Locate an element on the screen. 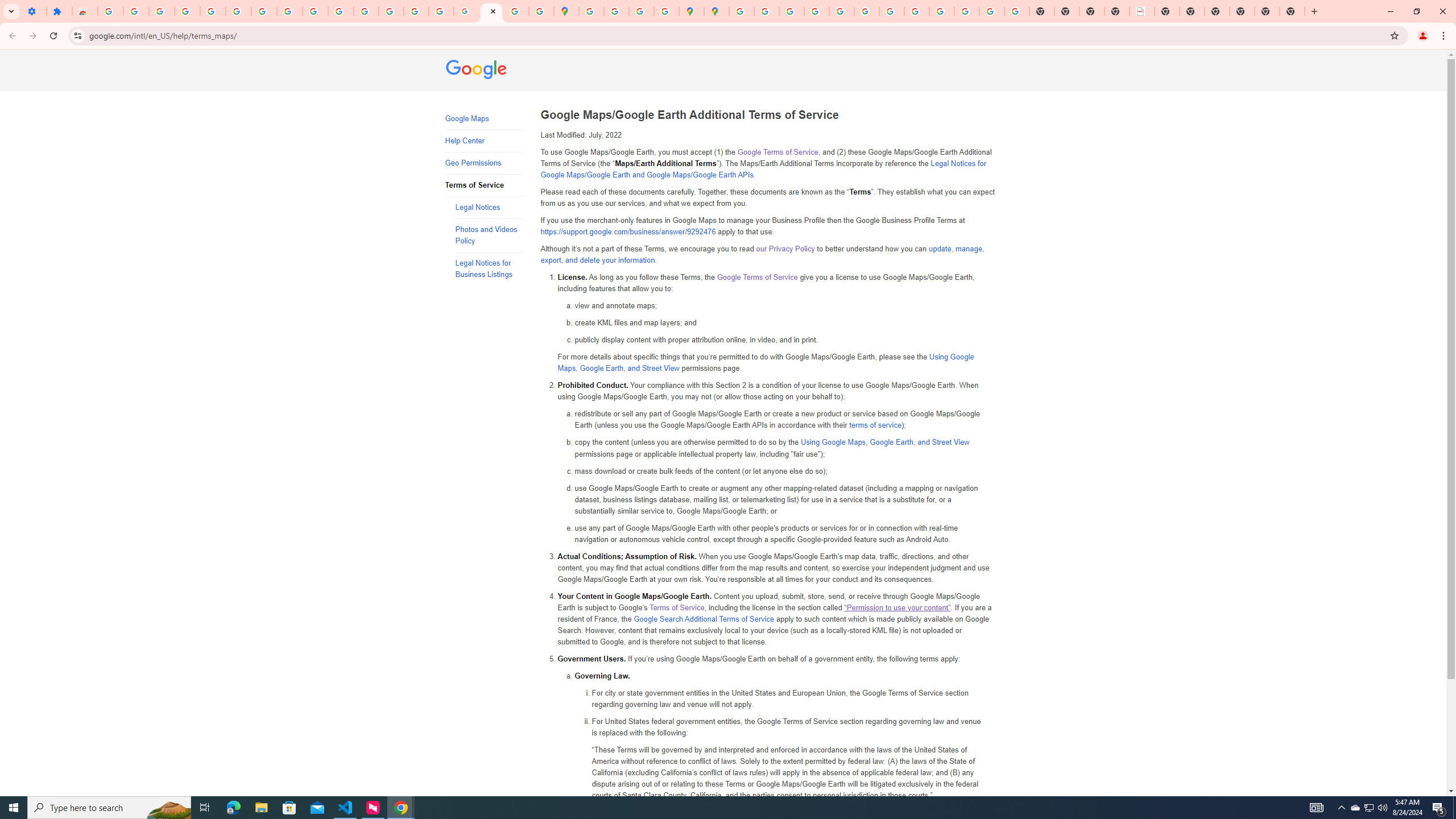  'Help Center' is located at coordinates (484, 141).